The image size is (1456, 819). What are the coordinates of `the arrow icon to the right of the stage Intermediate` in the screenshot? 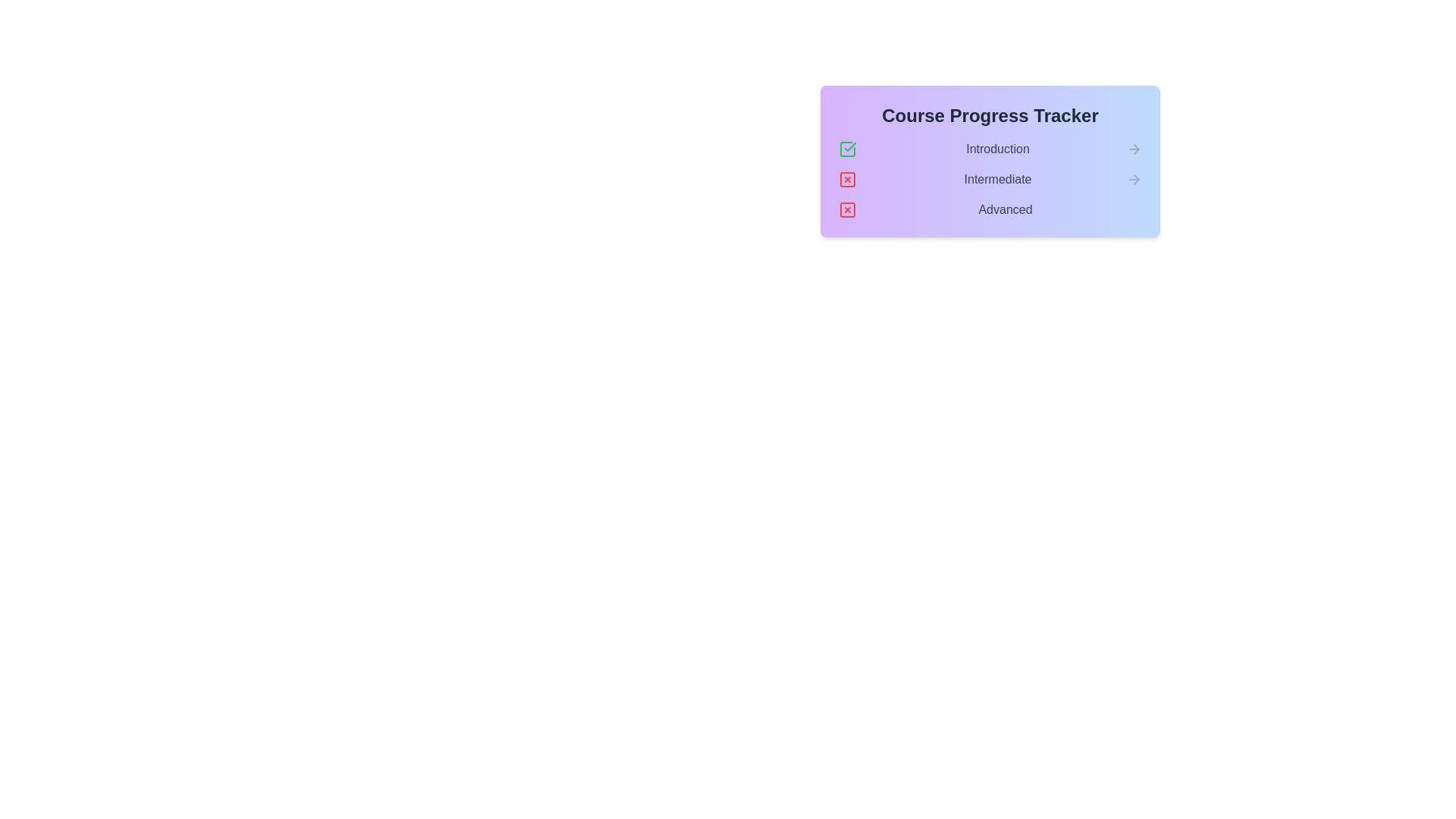 It's located at (1134, 178).